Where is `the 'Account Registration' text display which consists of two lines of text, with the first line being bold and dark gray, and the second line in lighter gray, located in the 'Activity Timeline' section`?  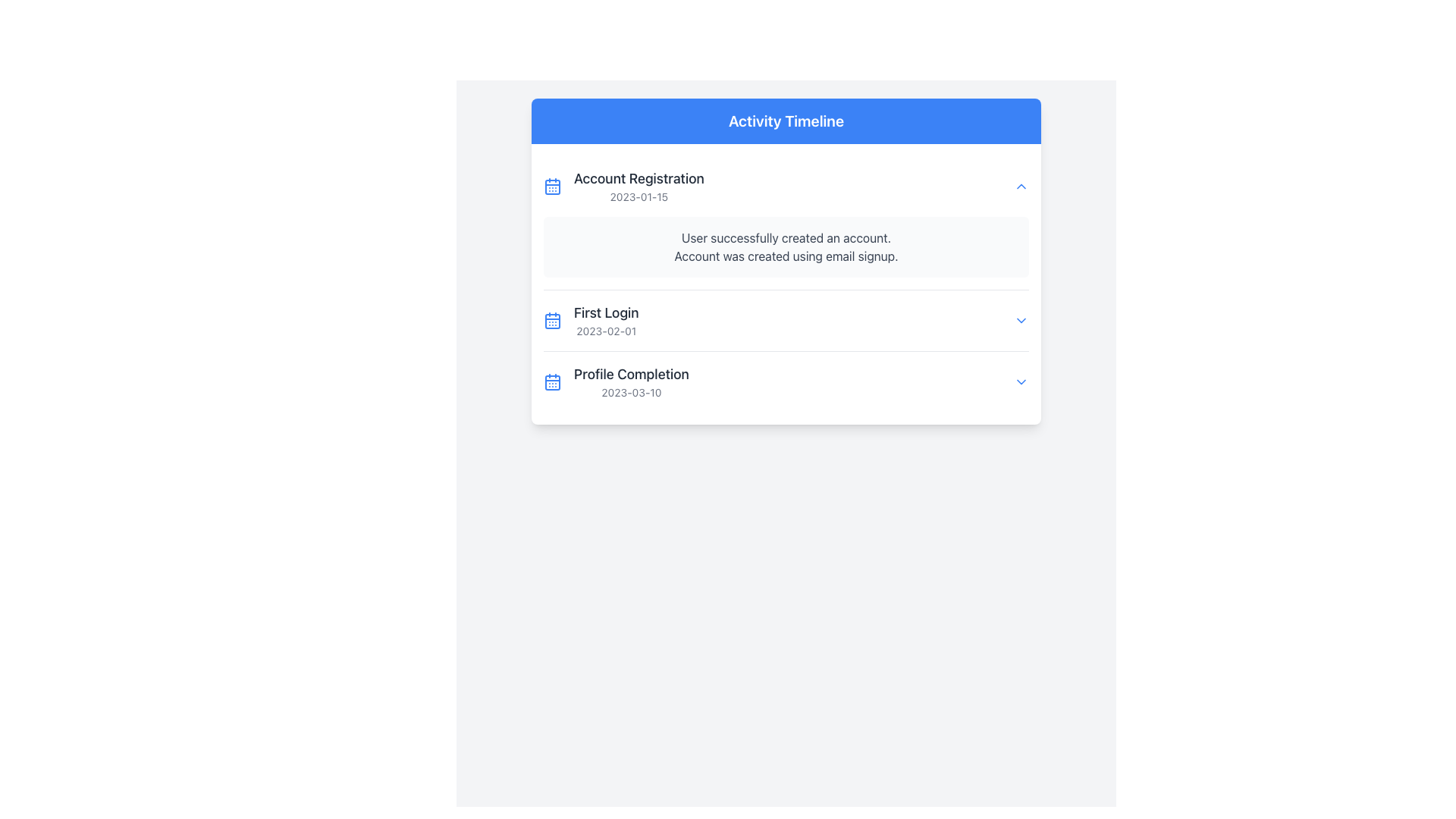 the 'Account Registration' text display which consists of two lines of text, with the first line being bold and dark gray, and the second line in lighter gray, located in the 'Activity Timeline' section is located at coordinates (639, 186).